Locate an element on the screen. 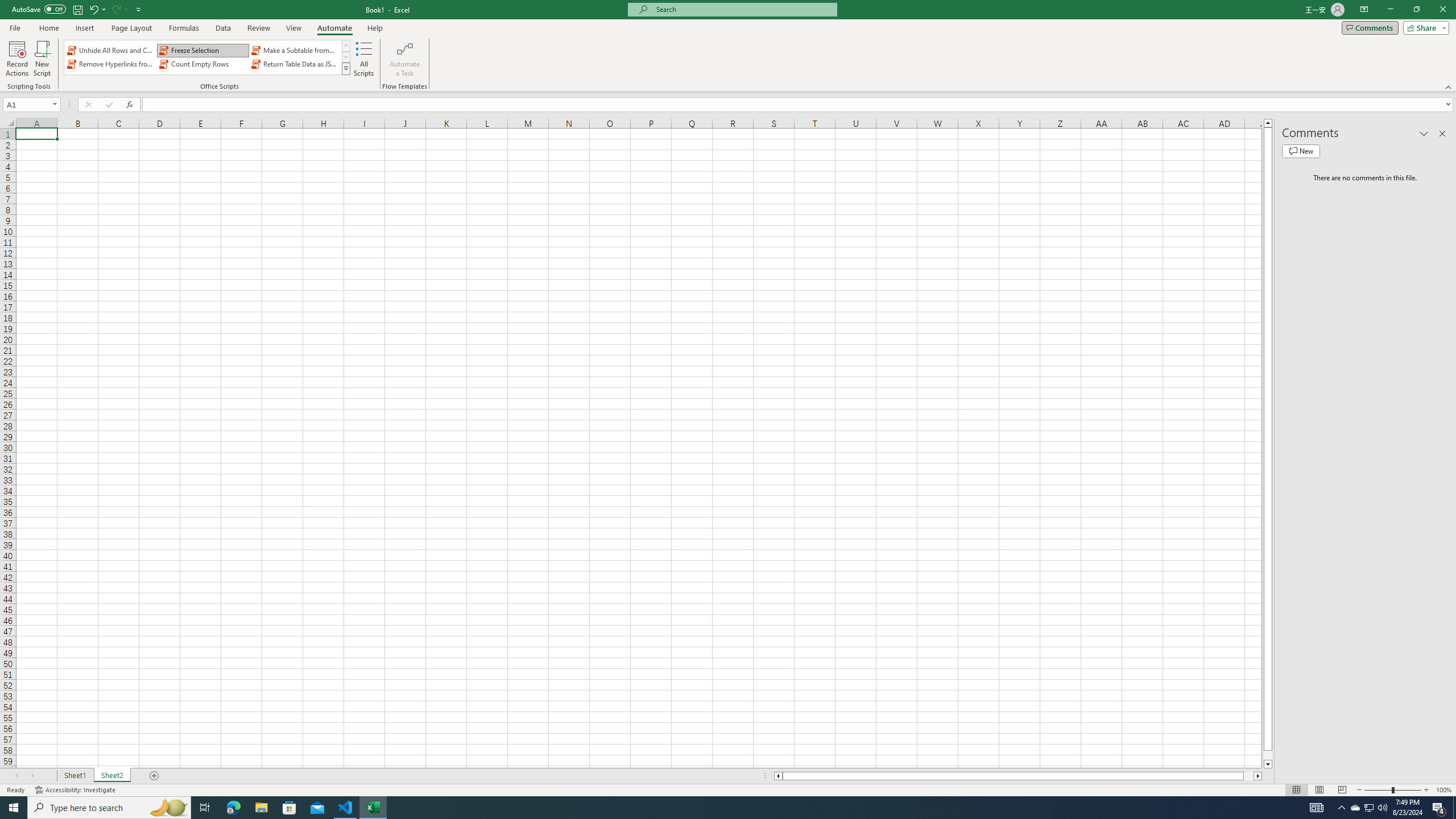 The width and height of the screenshot is (1456, 819). 'Sheet2' is located at coordinates (111, 775).